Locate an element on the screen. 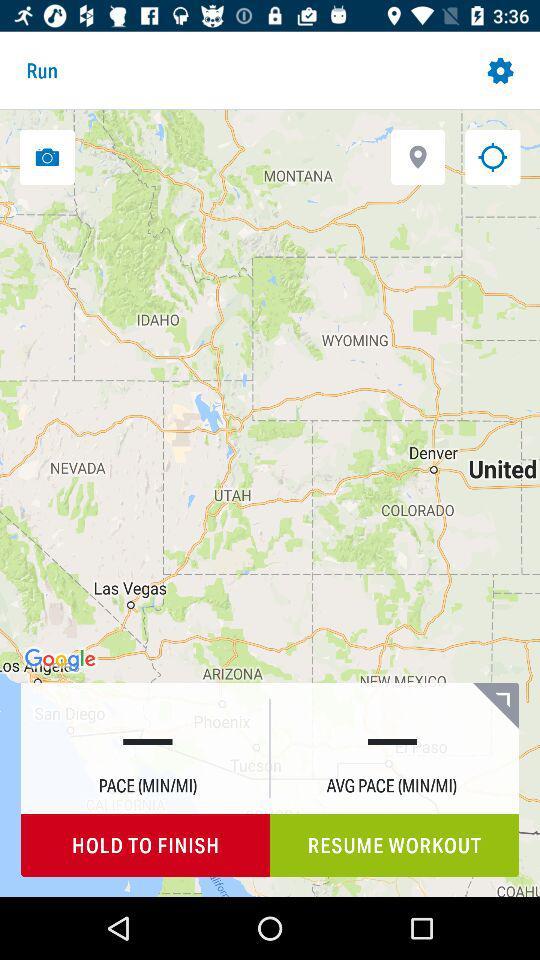  the bookmark icon is located at coordinates (494, 705).